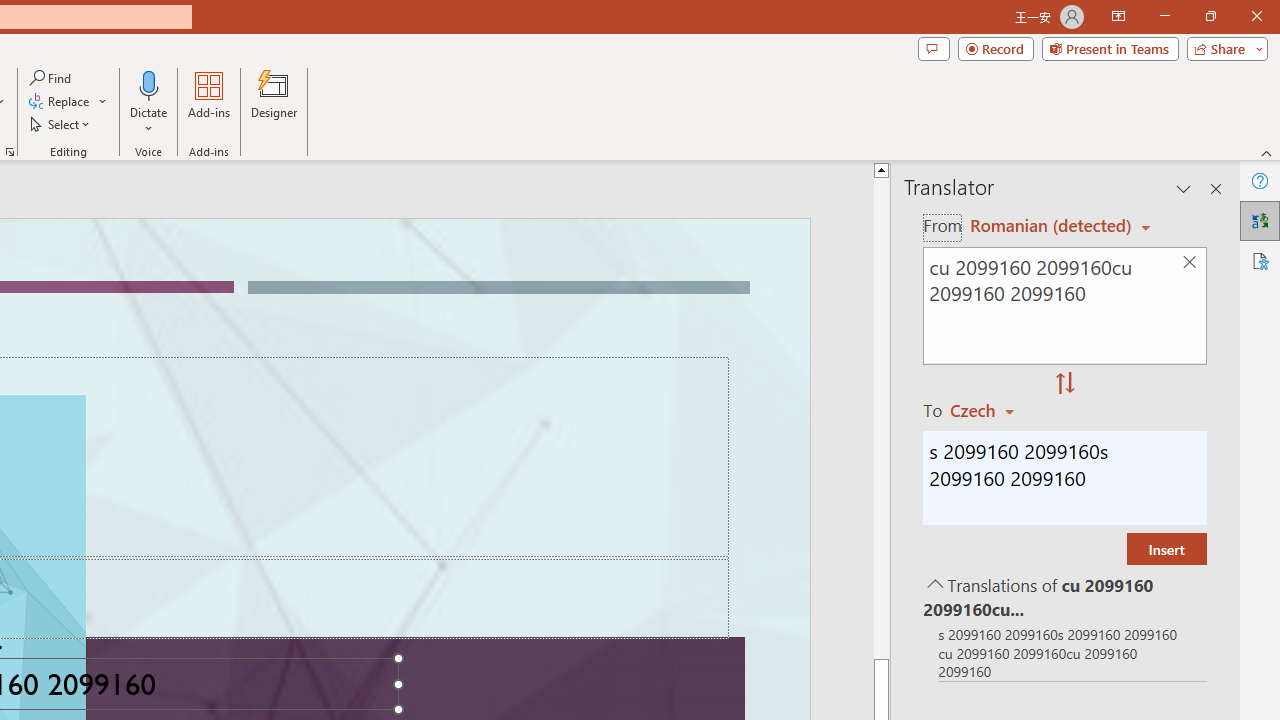 This screenshot has height=720, width=1280. I want to click on 'Translations of cu 2099160 2099160cu 2099160 2099160', so click(1063, 595).